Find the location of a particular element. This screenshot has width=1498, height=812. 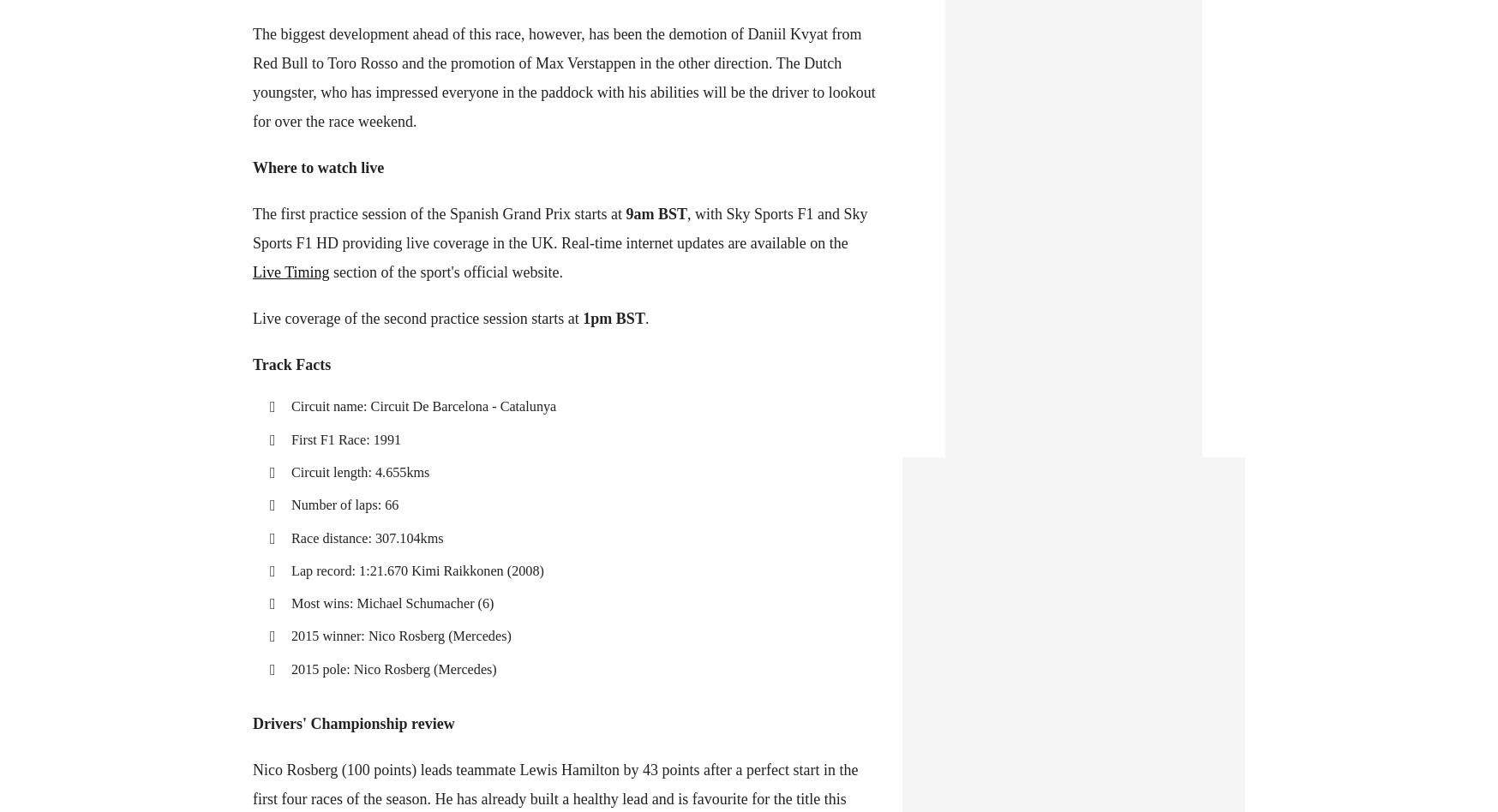

'The biggest development ahead of this race, however, has been the demotion of Daniil Kvyat from Red Bull to Toro Rosso and the promotion of Max Verstappen in the other direction. The Dutch youngster, who has impressed everyone in the paddock with his abilities will be the driver to lookout for over the race weekend.' is located at coordinates (563, 78).